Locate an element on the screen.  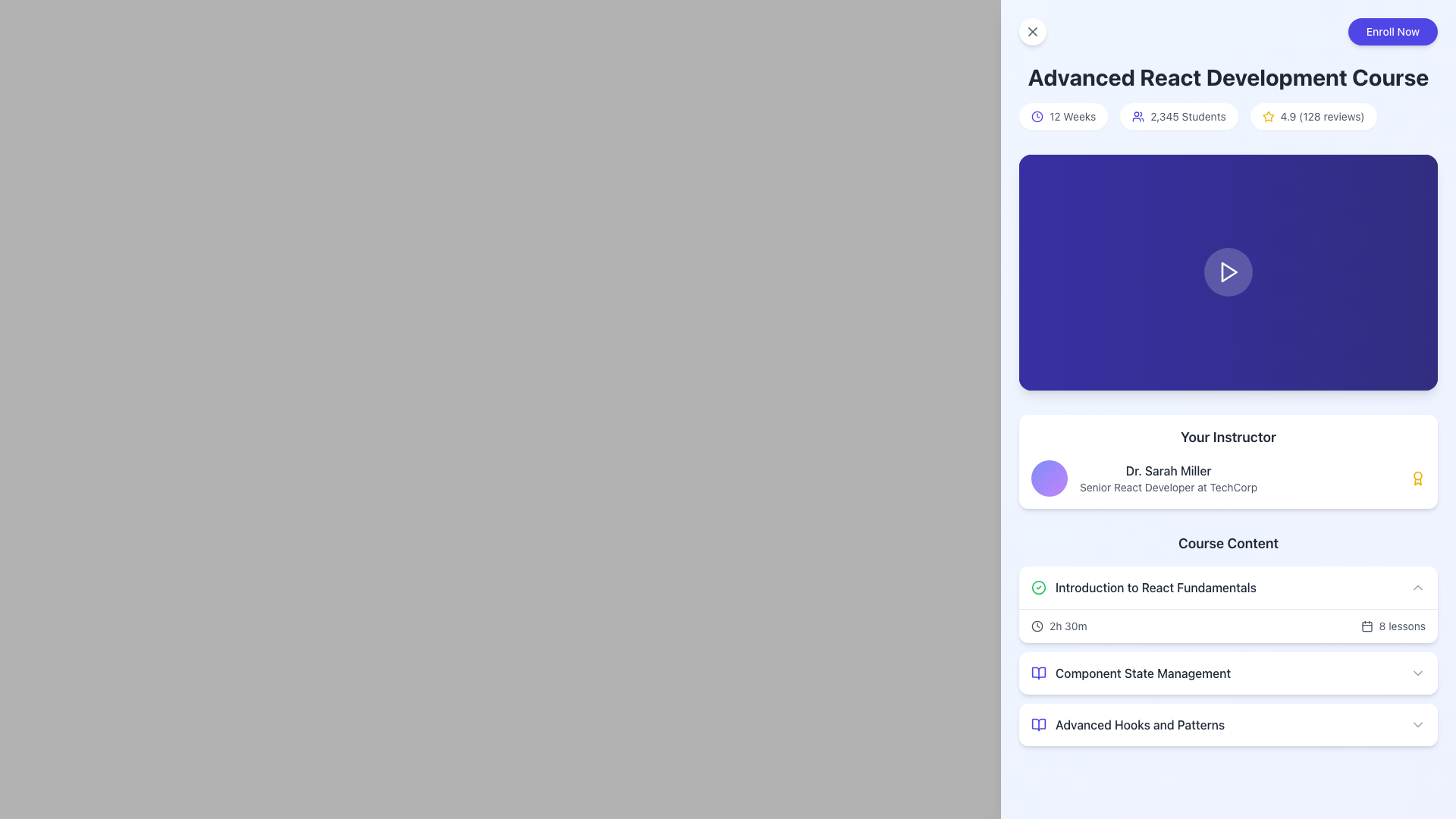
the circular SVG element that represents the clock icon in the 'Your Instructor' section is located at coordinates (1037, 626).